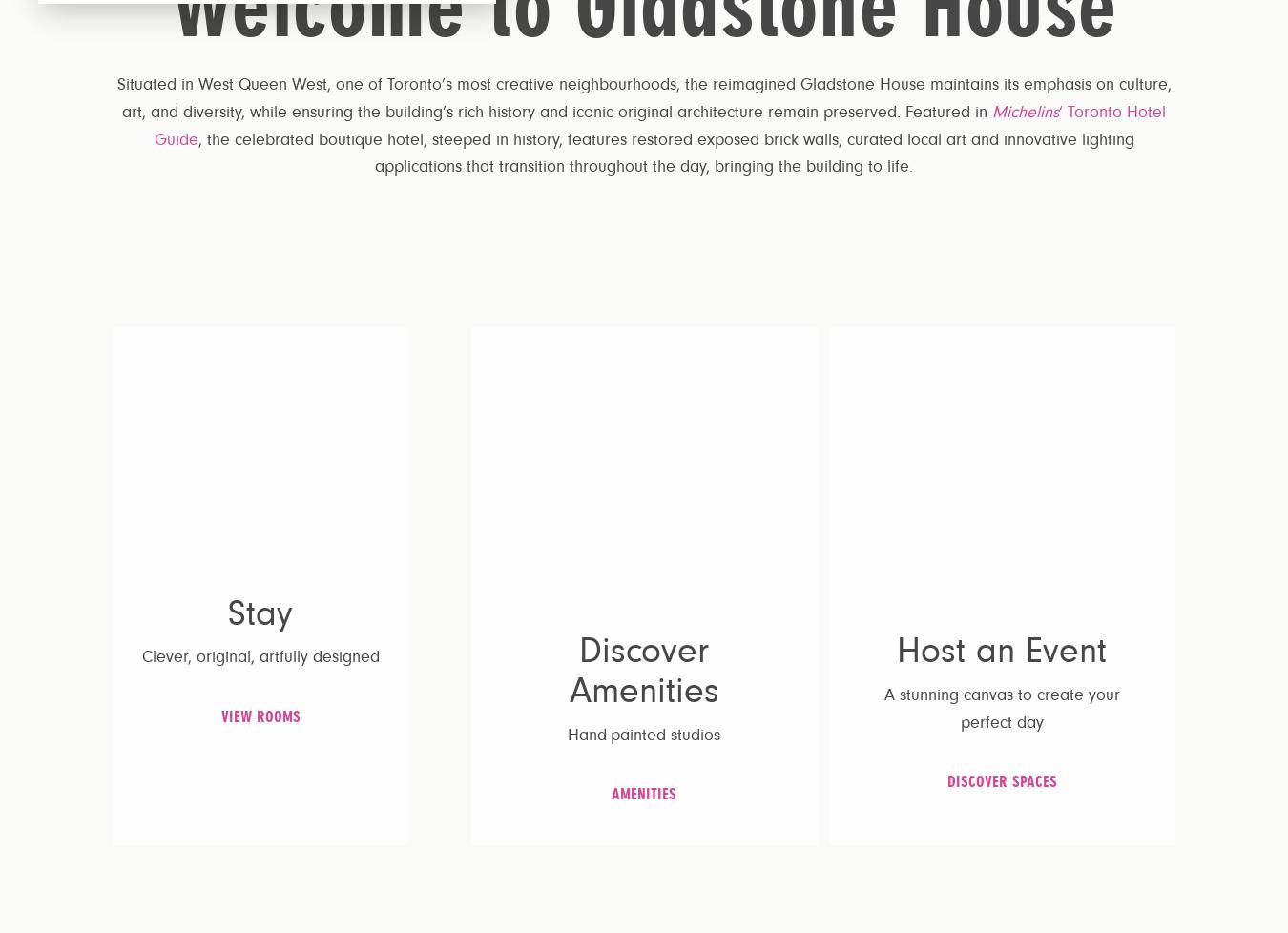  What do you see at coordinates (1195, 46) in the screenshot?
I see `'Book Stay'` at bounding box center [1195, 46].